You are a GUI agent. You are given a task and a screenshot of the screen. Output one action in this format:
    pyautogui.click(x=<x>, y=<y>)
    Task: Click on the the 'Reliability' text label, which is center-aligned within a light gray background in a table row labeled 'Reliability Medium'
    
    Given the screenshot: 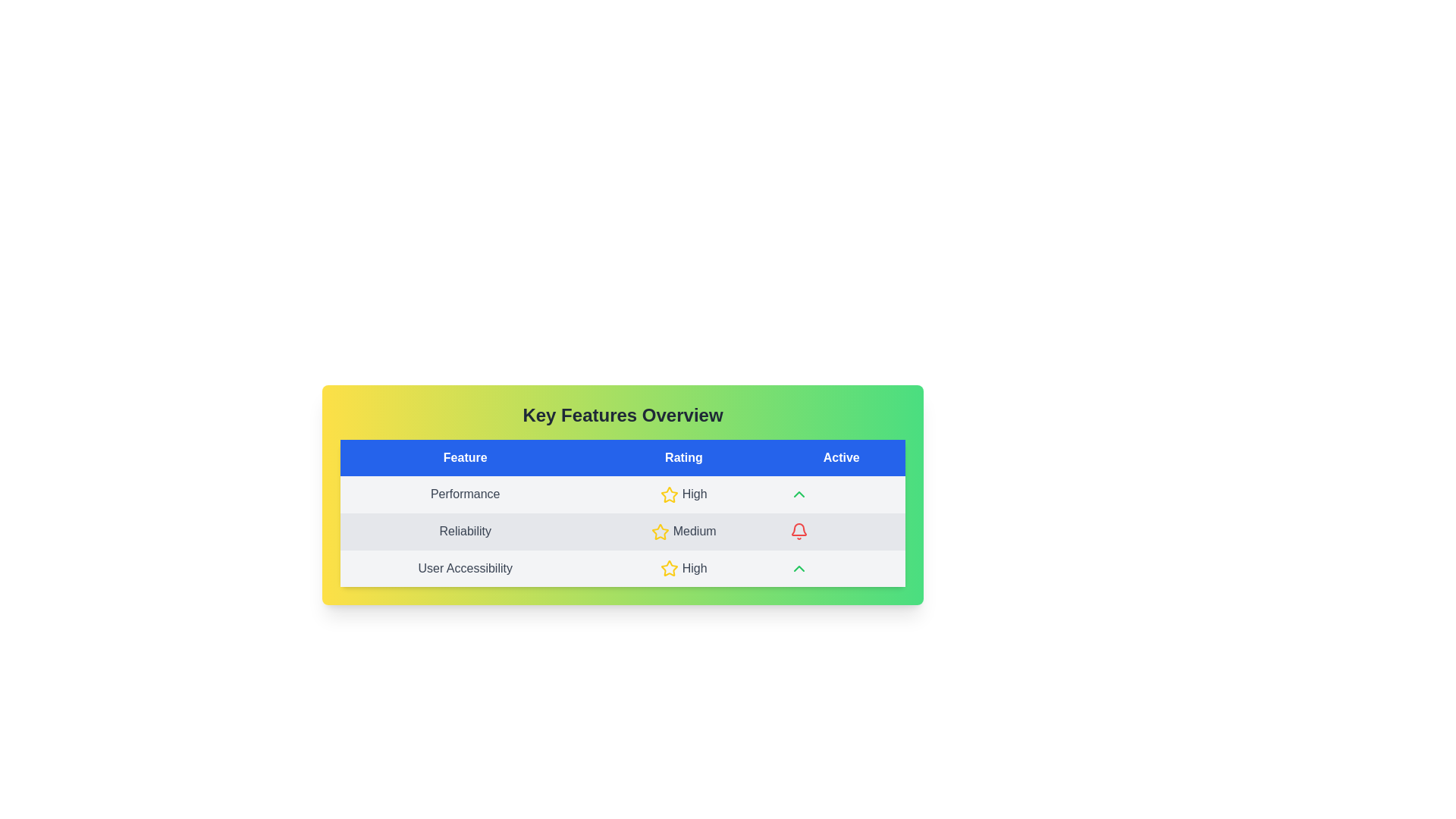 What is the action you would take?
    pyautogui.click(x=464, y=531)
    